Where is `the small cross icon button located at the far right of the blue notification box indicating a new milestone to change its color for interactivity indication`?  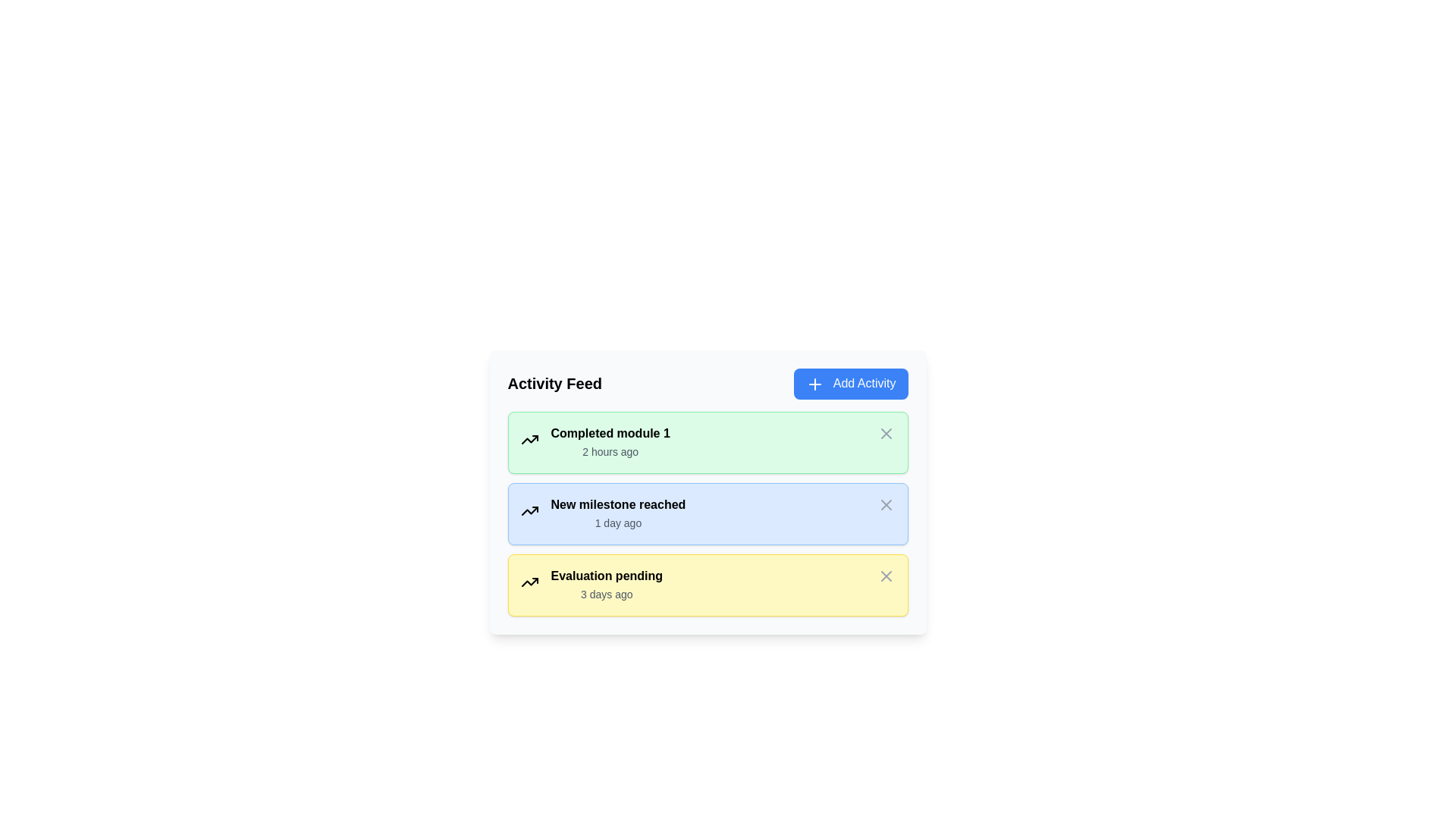 the small cross icon button located at the far right of the blue notification box indicating a new milestone to change its color for interactivity indication is located at coordinates (886, 504).